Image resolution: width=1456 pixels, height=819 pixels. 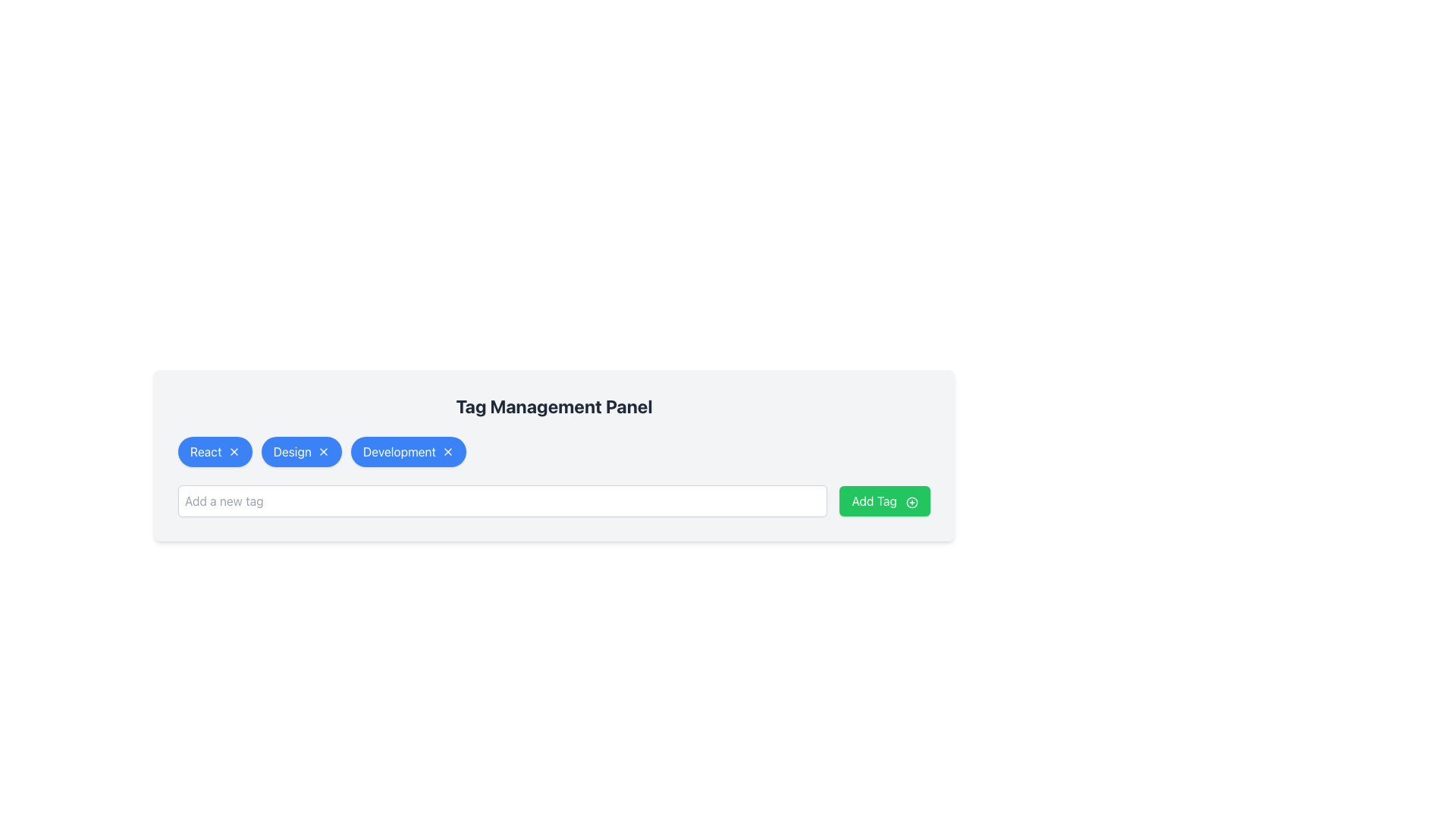 I want to click on the button-like tag containing the text 'React', which is styled in white on a blue background and is located in the top-left of the tags section, so click(x=205, y=451).